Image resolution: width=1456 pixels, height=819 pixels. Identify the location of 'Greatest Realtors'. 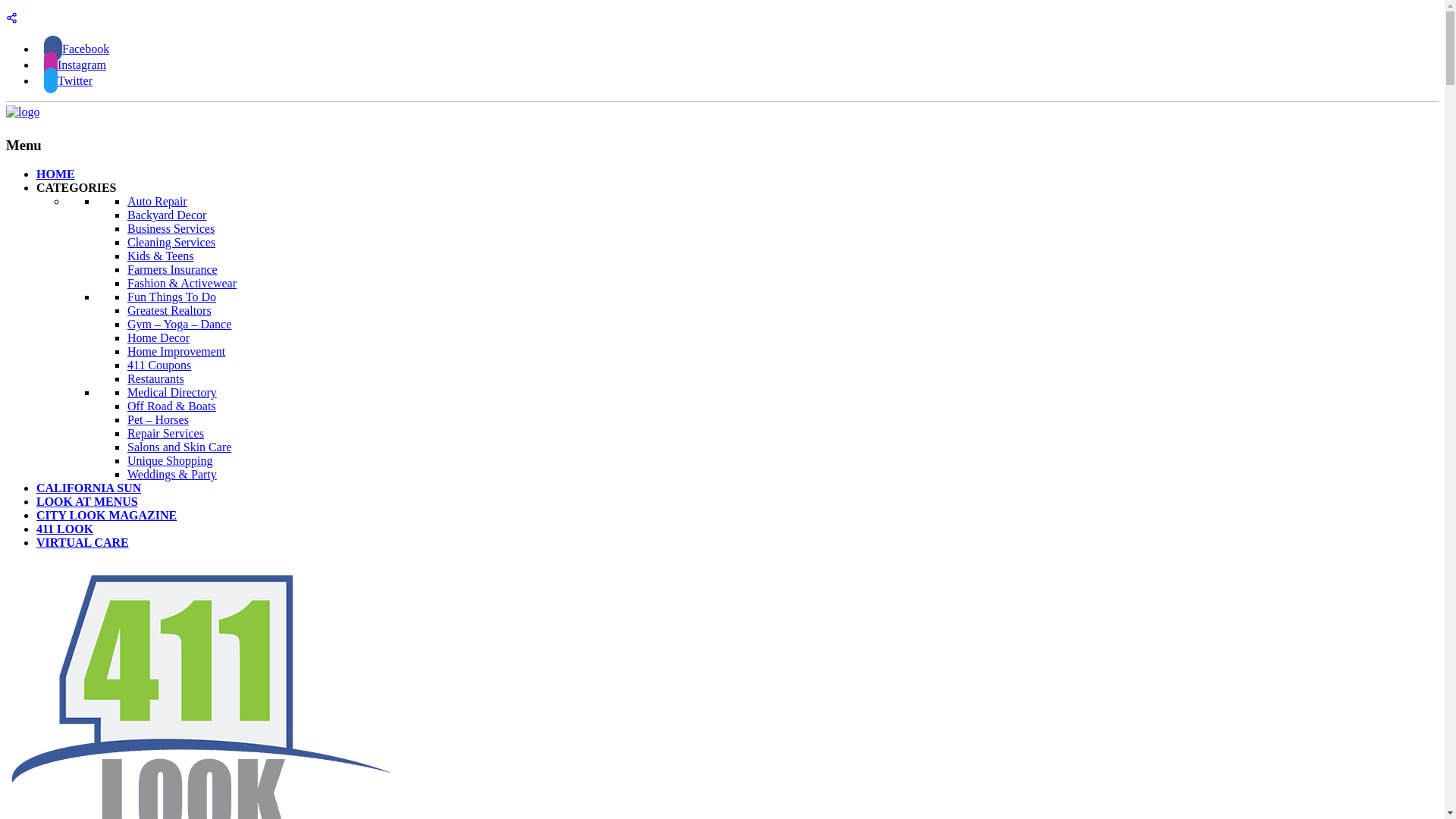
(127, 309).